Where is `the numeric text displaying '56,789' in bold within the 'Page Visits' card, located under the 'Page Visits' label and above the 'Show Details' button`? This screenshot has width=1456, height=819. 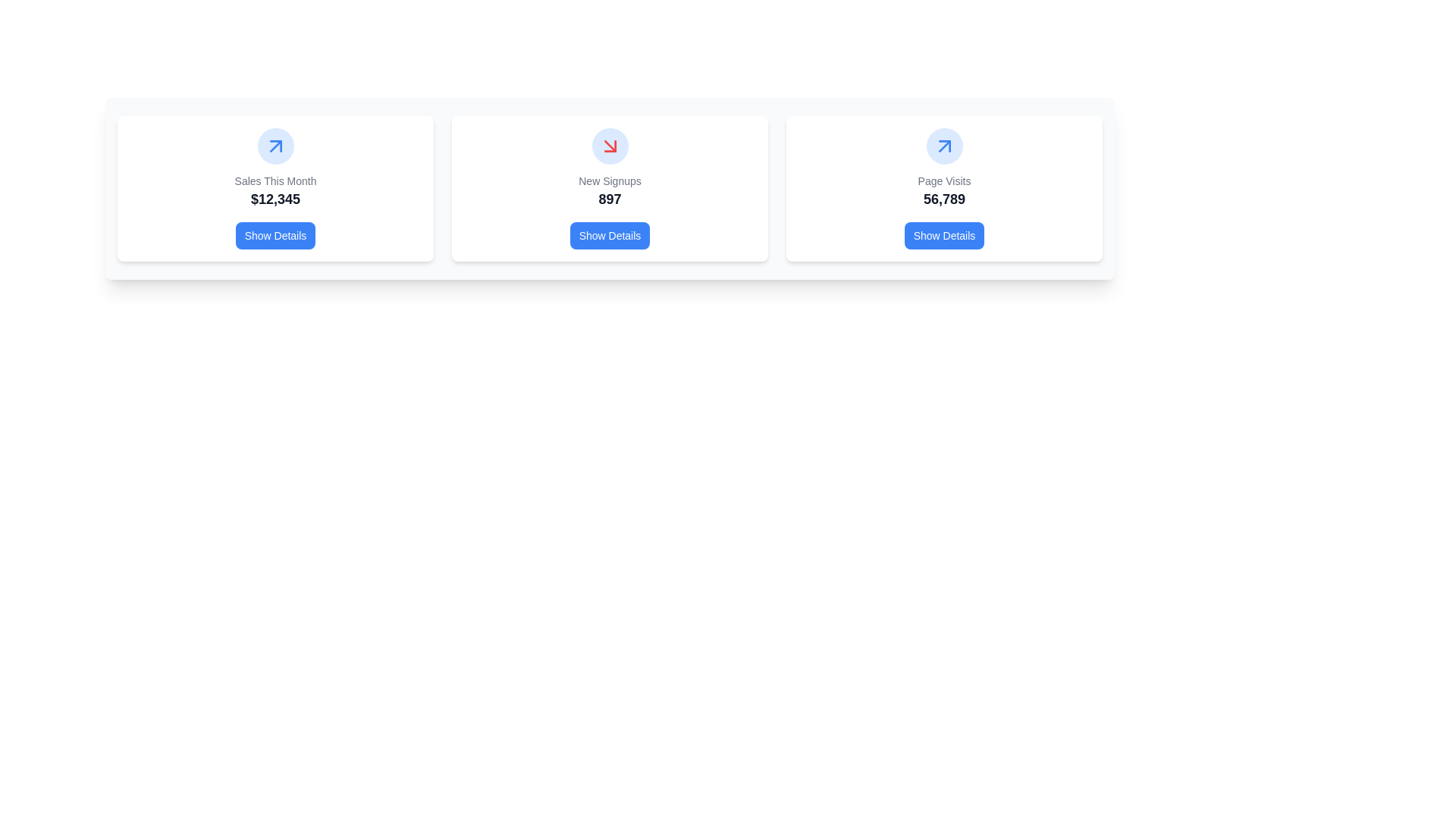 the numeric text displaying '56,789' in bold within the 'Page Visits' card, located under the 'Page Visits' label and above the 'Show Details' button is located at coordinates (943, 198).